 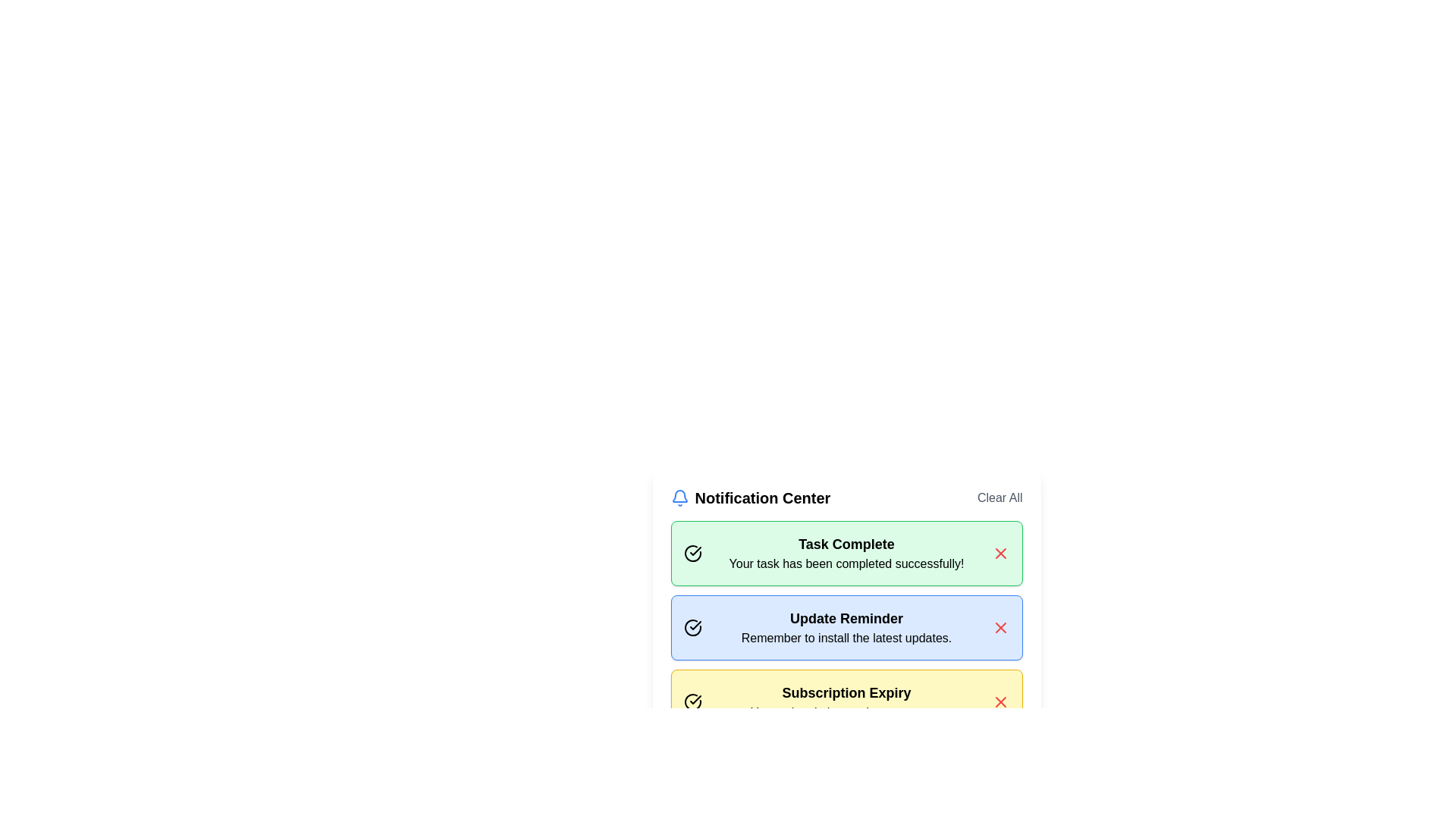 I want to click on the second notification card in the Notification Center, so click(x=846, y=610).